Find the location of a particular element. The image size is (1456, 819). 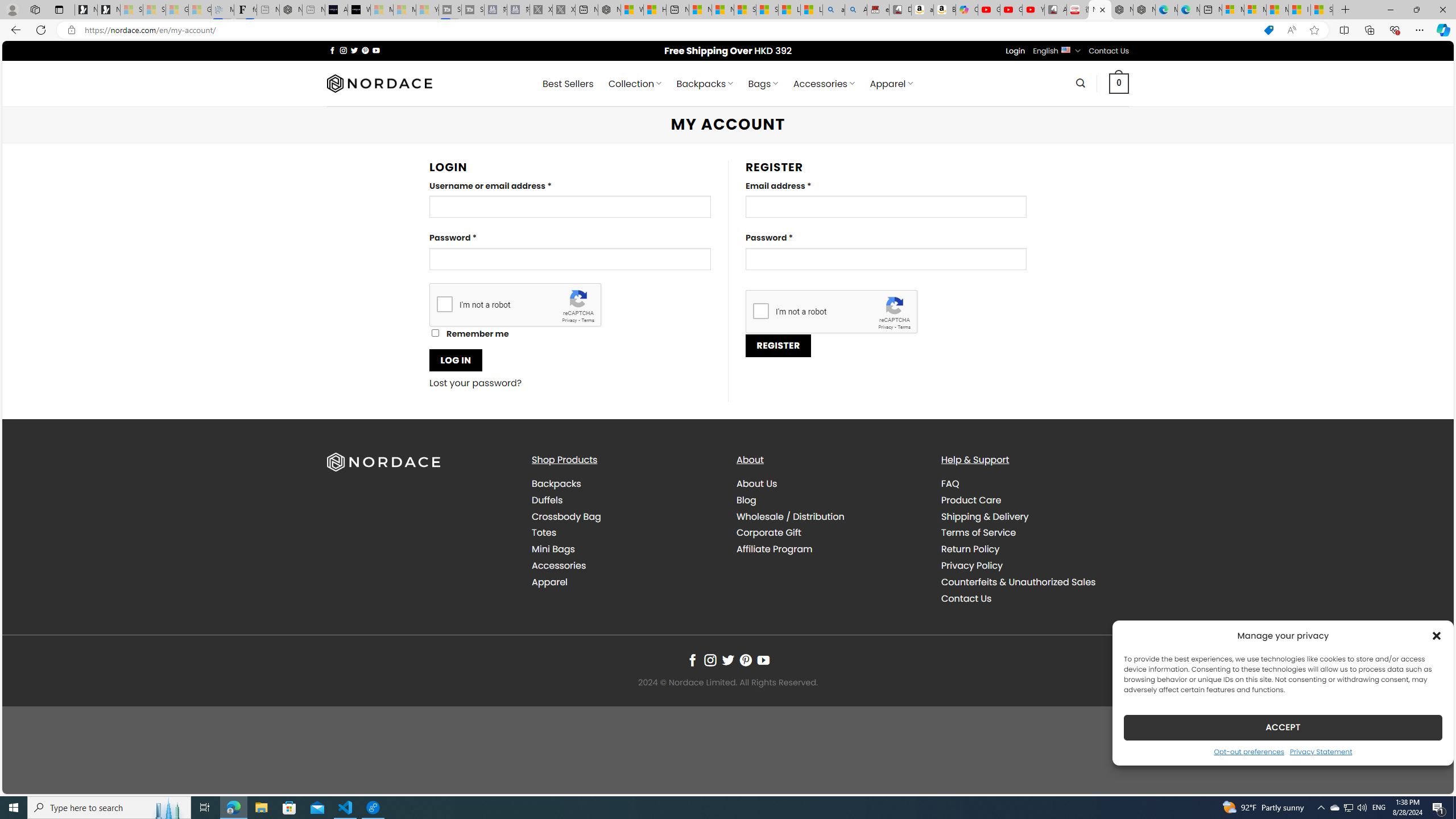

'Crossbody Bag' is located at coordinates (624, 516).